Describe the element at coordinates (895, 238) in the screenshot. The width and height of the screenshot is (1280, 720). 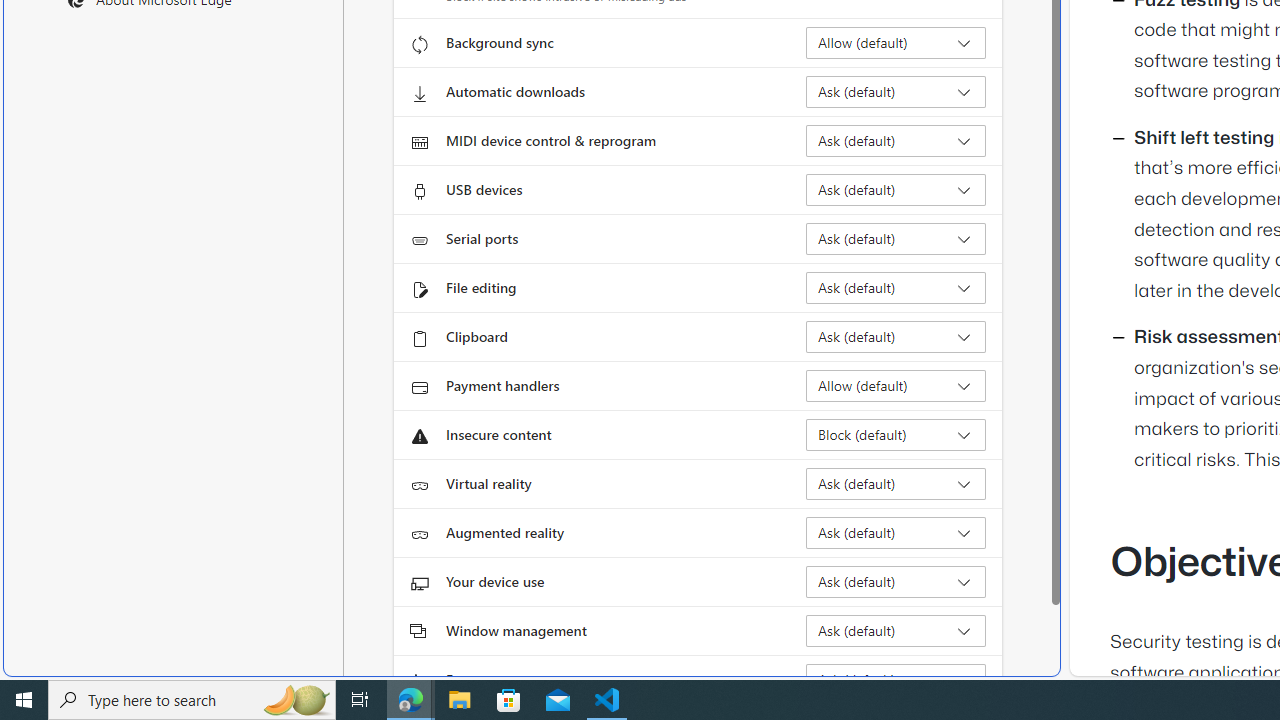
I see `'Serial ports Ask (default)'` at that location.